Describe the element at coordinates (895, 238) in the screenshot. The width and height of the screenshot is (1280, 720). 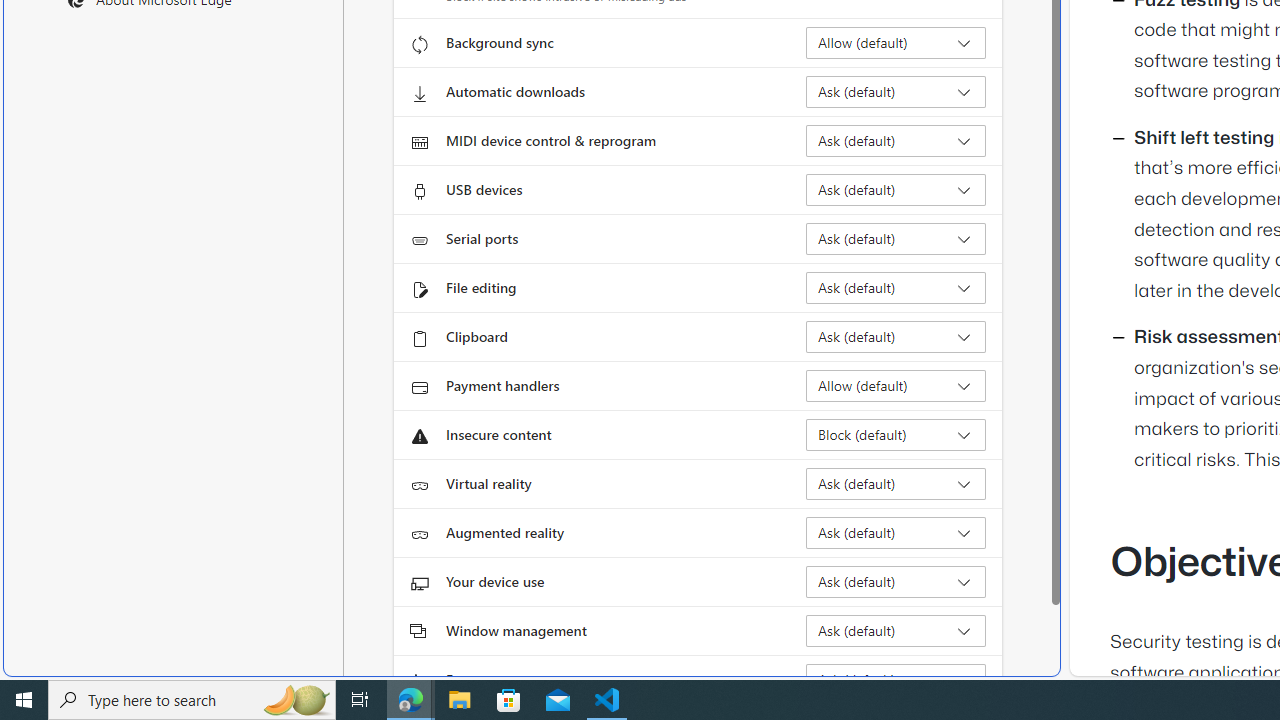
I see `'Serial ports Ask (default)'` at that location.